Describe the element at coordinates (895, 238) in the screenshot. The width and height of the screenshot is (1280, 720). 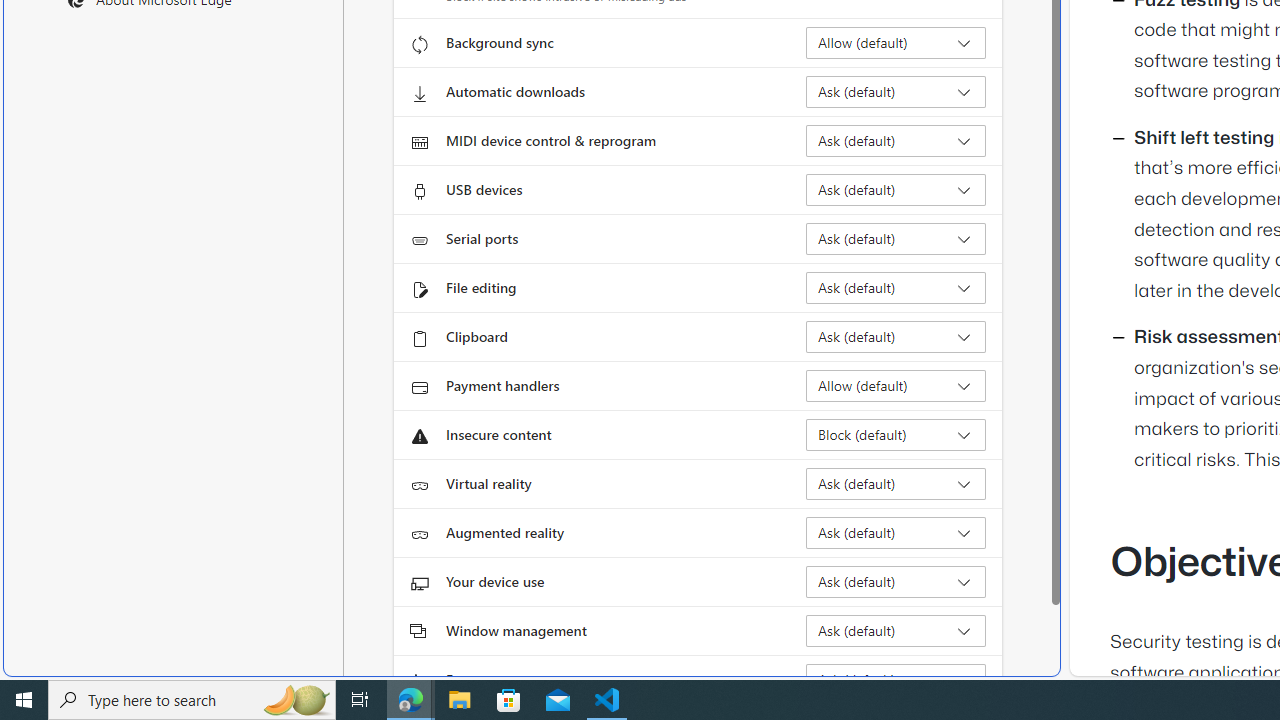
I see `'Serial ports Ask (default)'` at that location.